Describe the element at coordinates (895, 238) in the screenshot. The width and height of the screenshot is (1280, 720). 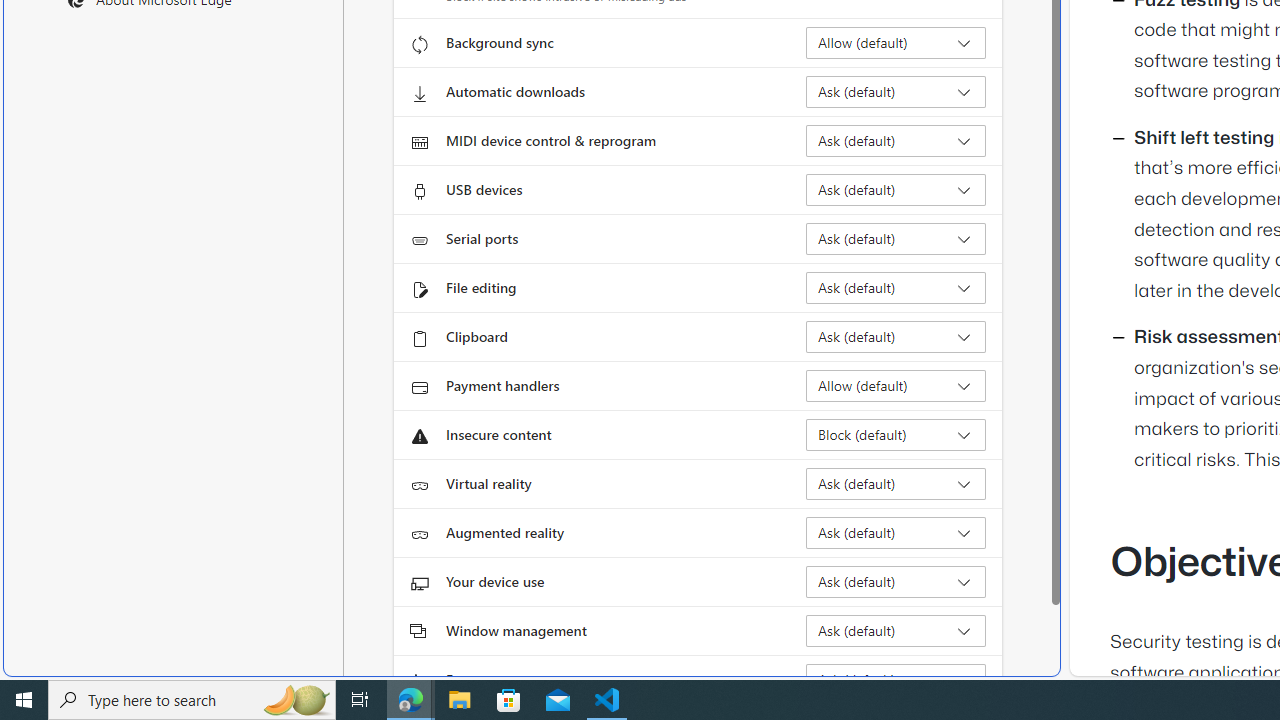
I see `'Serial ports Ask (default)'` at that location.